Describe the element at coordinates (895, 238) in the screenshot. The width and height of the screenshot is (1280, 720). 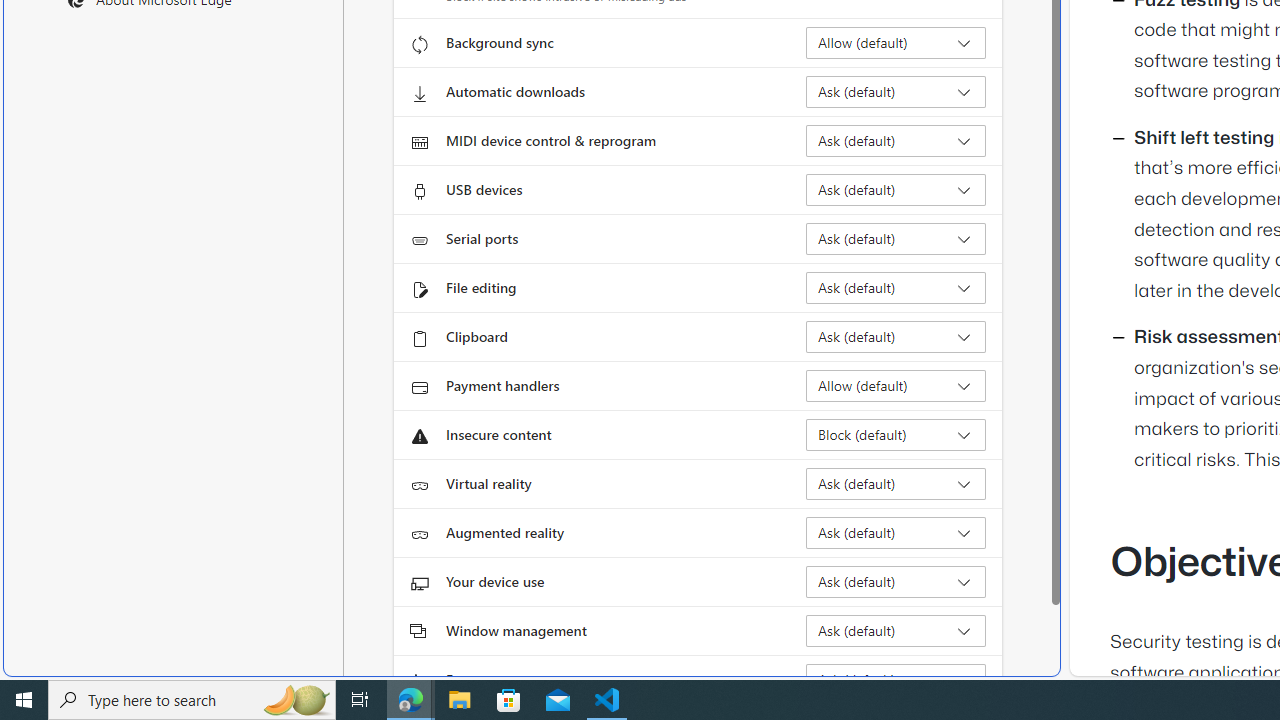
I see `'Serial ports Ask (default)'` at that location.